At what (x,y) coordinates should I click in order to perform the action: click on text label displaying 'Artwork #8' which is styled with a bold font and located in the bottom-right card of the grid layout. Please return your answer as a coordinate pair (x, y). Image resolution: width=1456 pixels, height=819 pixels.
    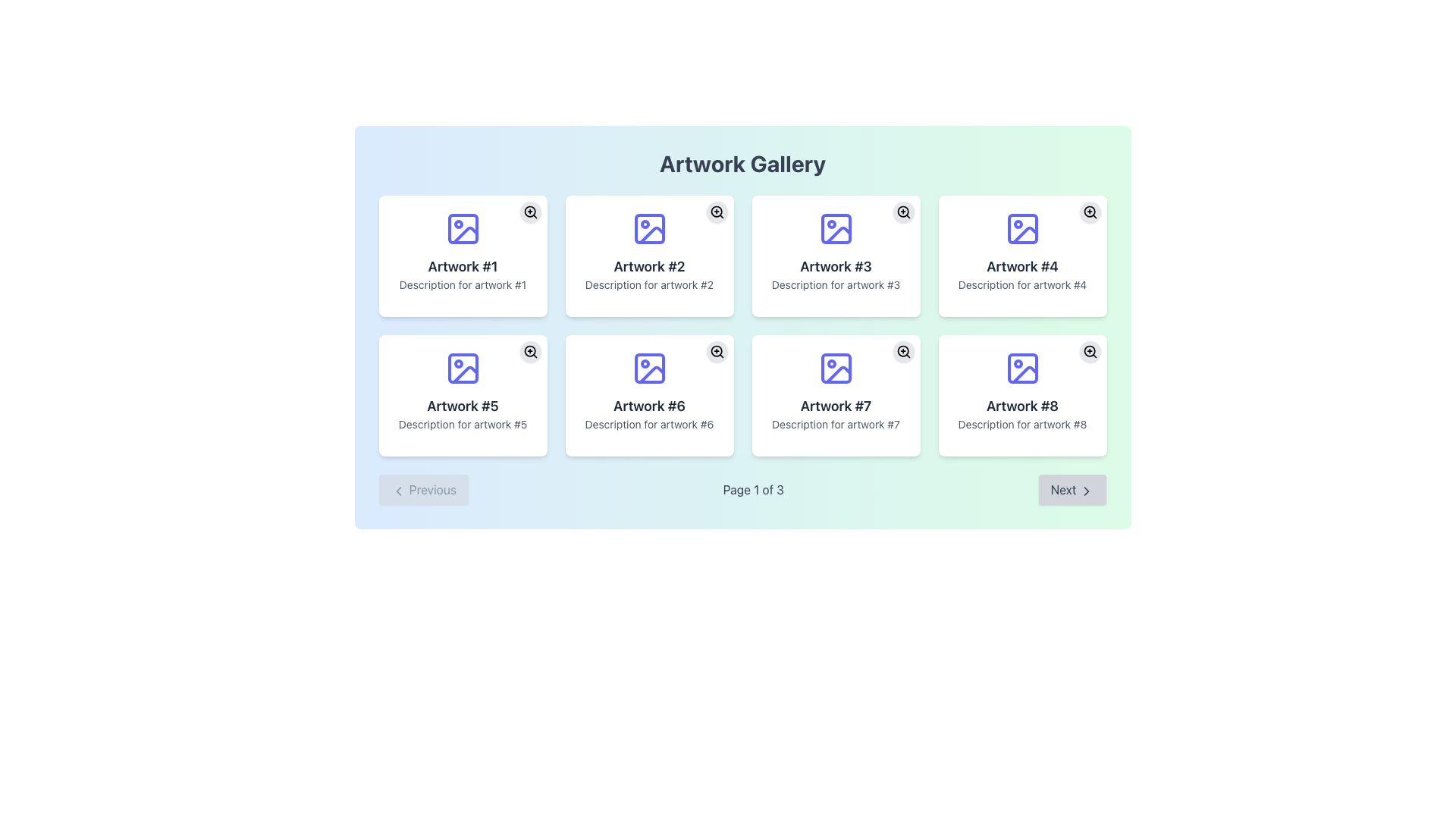
    Looking at the image, I should click on (1022, 406).